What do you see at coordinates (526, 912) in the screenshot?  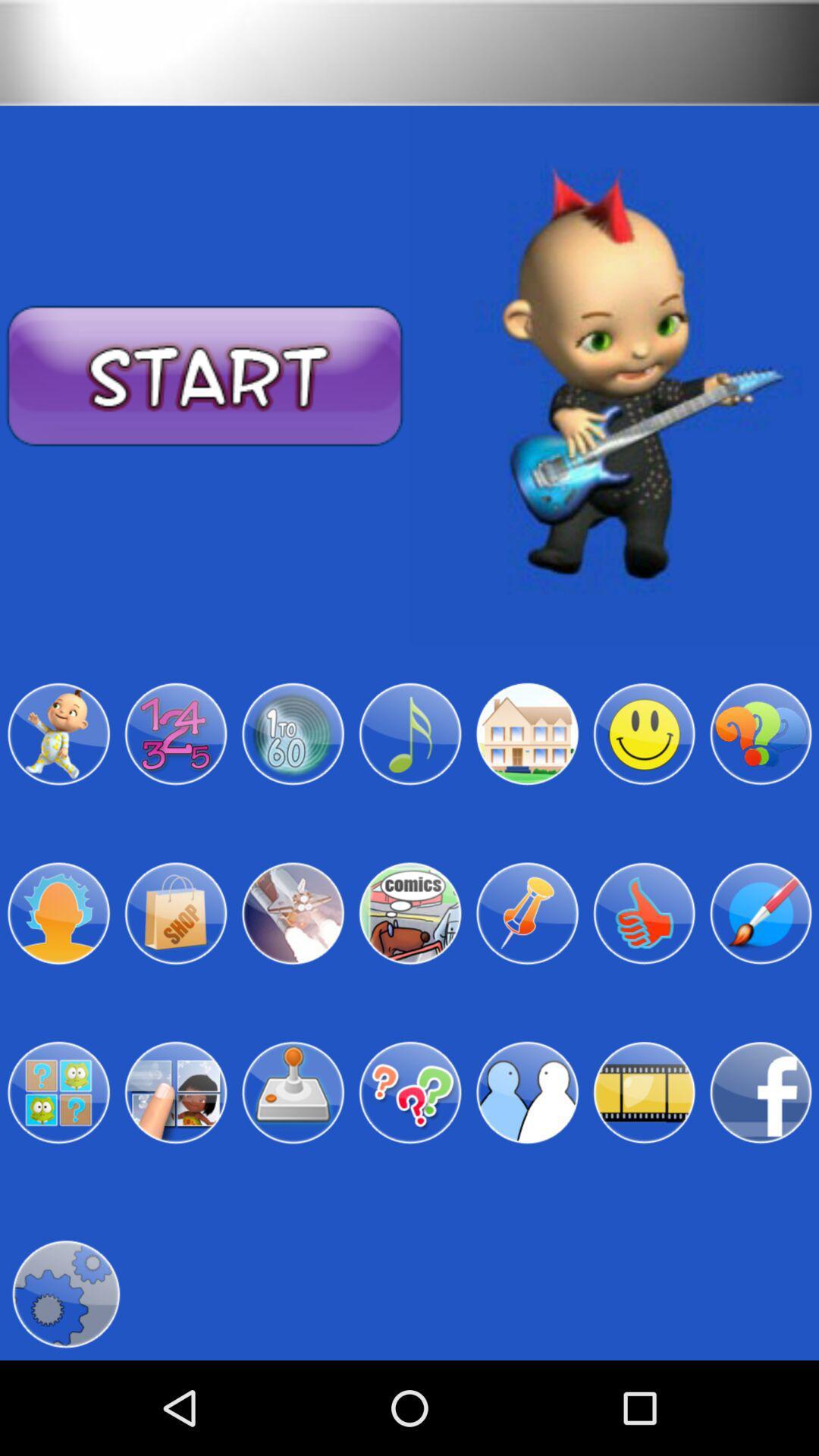 I see `board pin icon` at bounding box center [526, 912].